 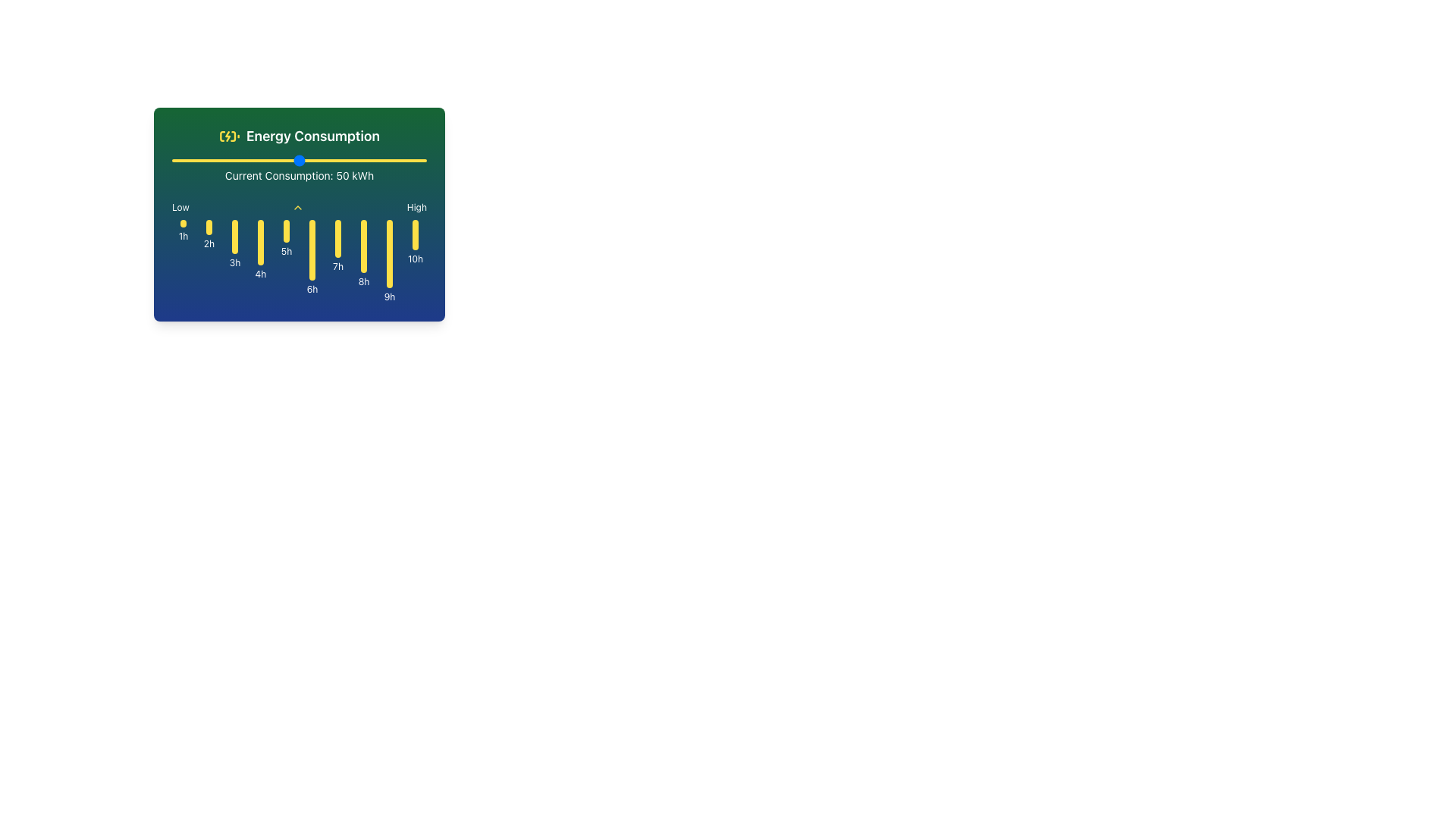 I want to click on the energy consumption slider, so click(x=354, y=162).